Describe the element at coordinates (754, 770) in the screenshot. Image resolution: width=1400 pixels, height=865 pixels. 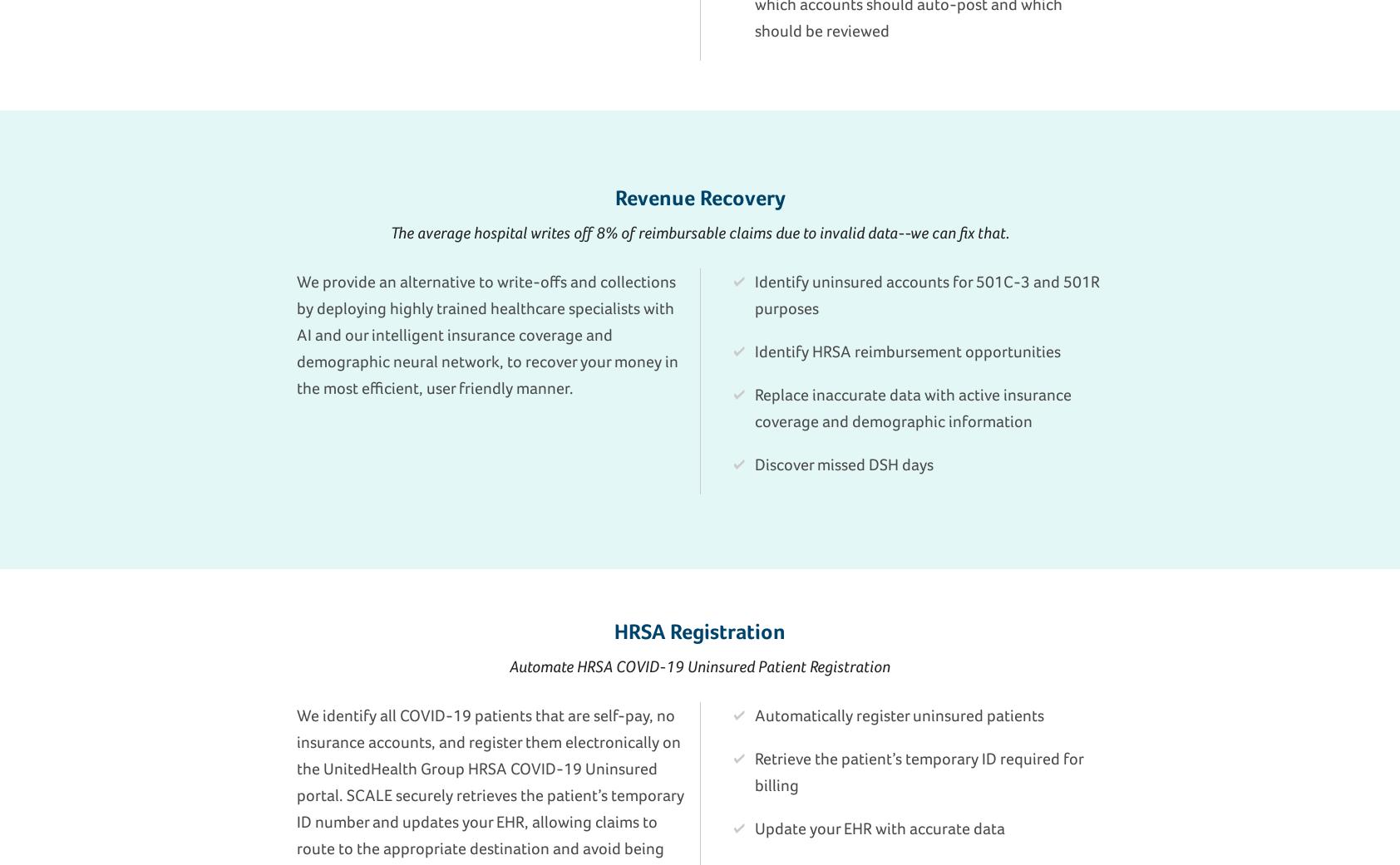
I see `'Retrieve the patient’s temporary ID required for billing'` at that location.